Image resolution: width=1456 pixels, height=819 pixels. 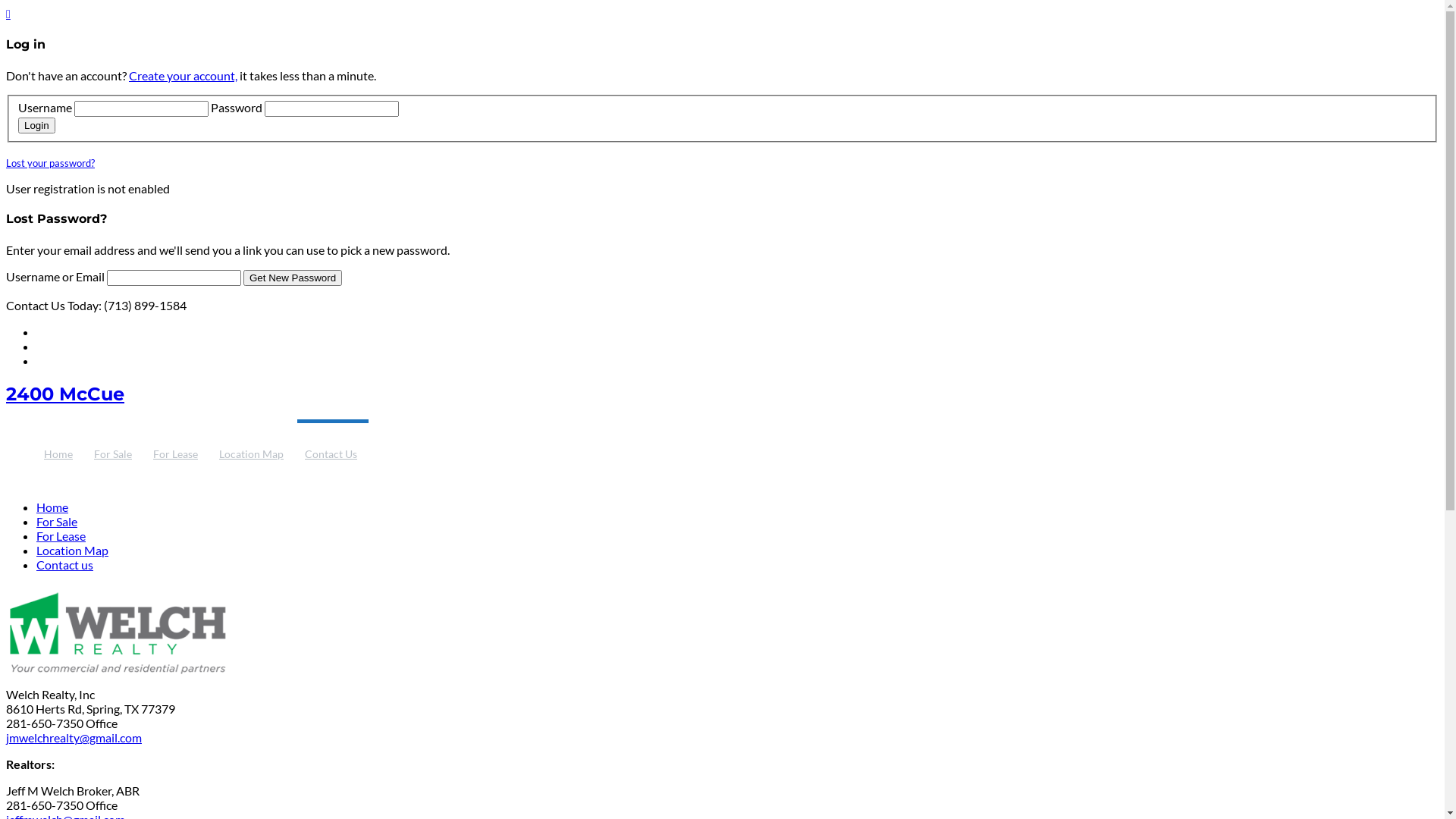 I want to click on 'Create your account,', so click(x=182, y=75).